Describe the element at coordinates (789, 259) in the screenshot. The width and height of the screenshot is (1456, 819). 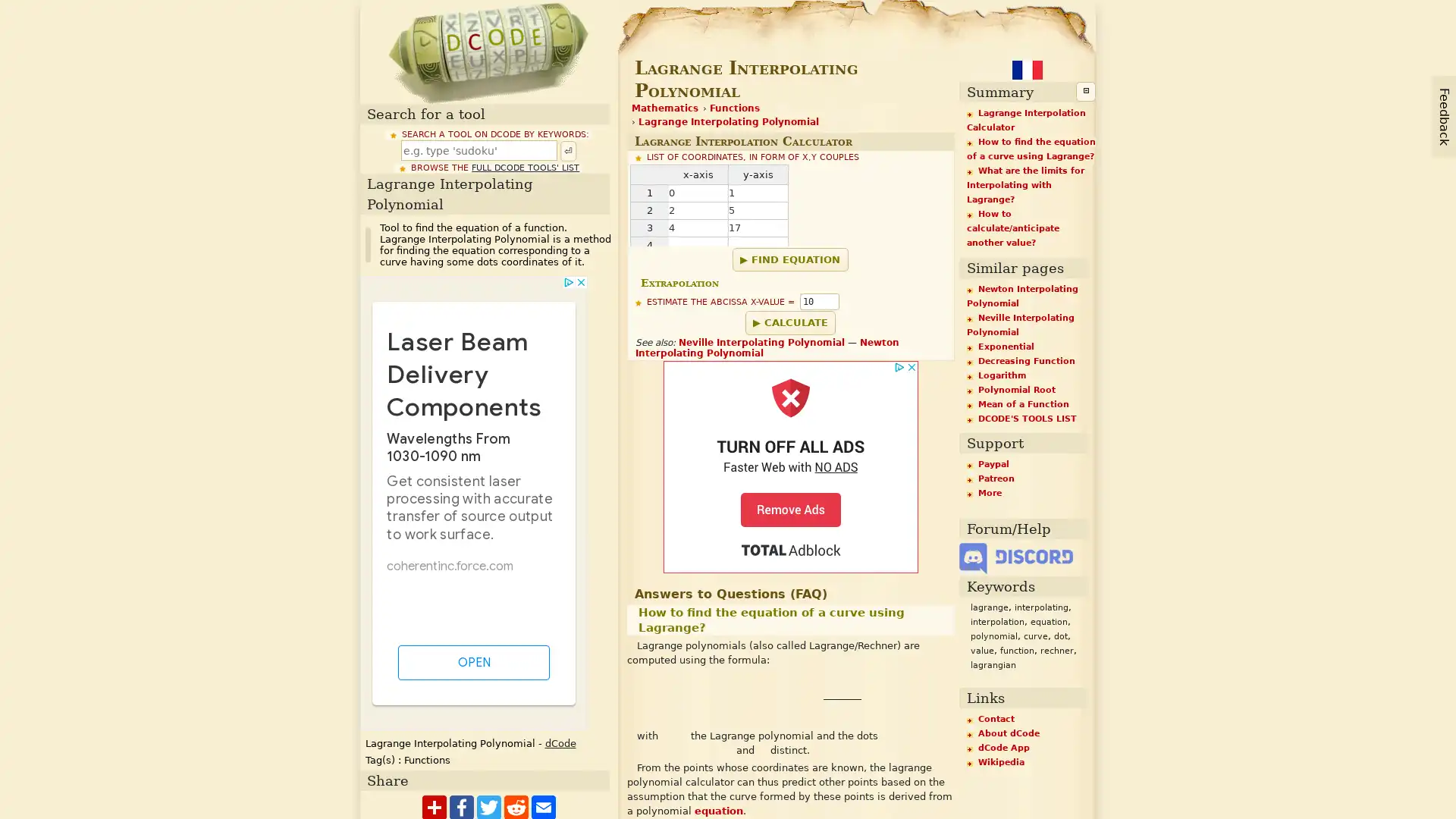
I see `FIND EQUATION` at that location.